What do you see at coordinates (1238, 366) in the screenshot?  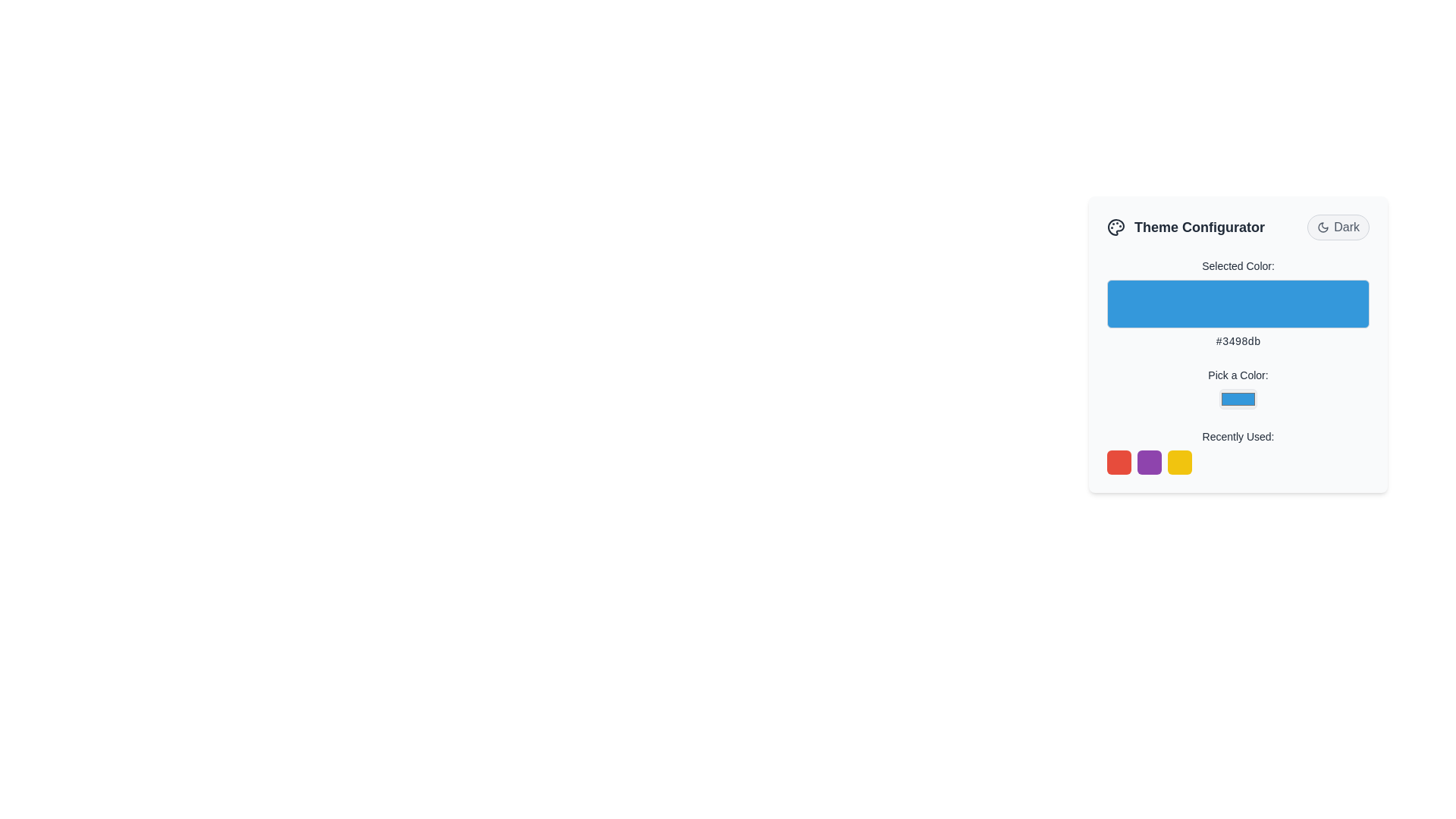 I see `the color picker dropdown menu, which is a rectangular box filled with blue color (#3498db) and has rounded borders with a light gray outline, located below the 'Pick a Color:' label and above the 'Recently Used:' section` at bounding box center [1238, 366].